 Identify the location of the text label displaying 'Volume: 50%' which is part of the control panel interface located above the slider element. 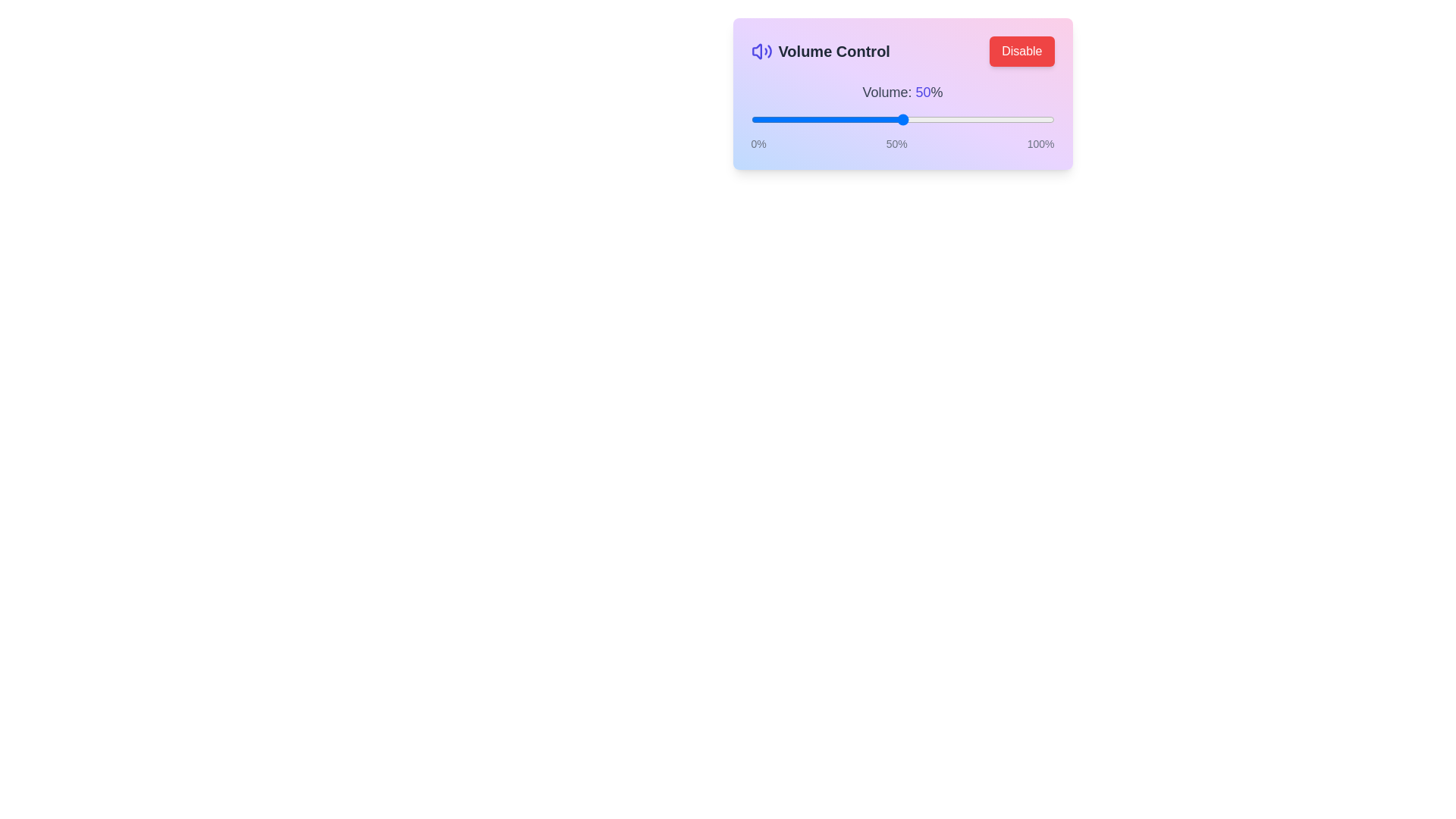
(902, 93).